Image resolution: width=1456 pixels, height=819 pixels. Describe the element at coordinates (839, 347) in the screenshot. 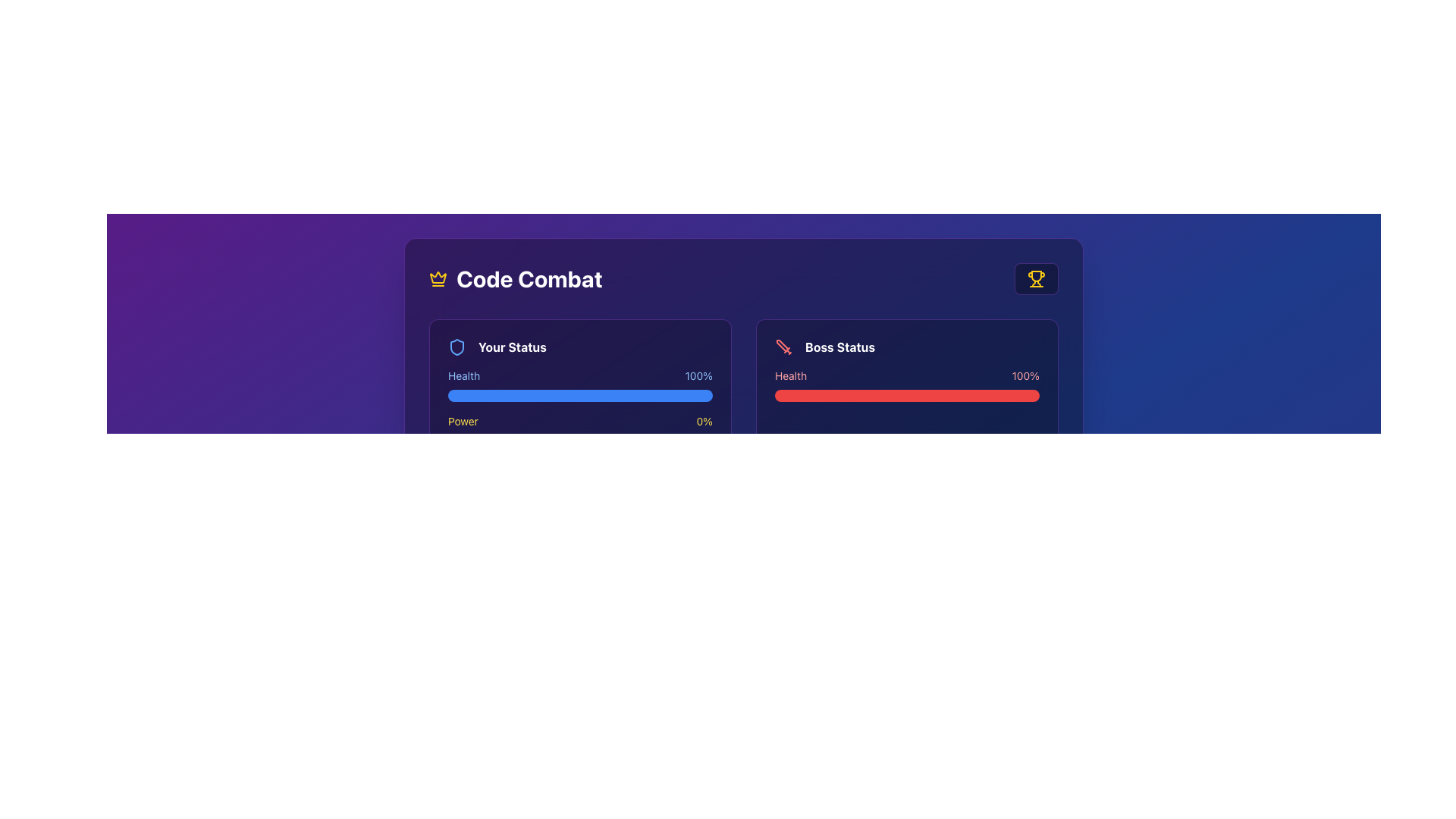

I see `the status label of the 'Boss' entity located in the upper-right section of the interface, which indicates the boss health status` at that location.